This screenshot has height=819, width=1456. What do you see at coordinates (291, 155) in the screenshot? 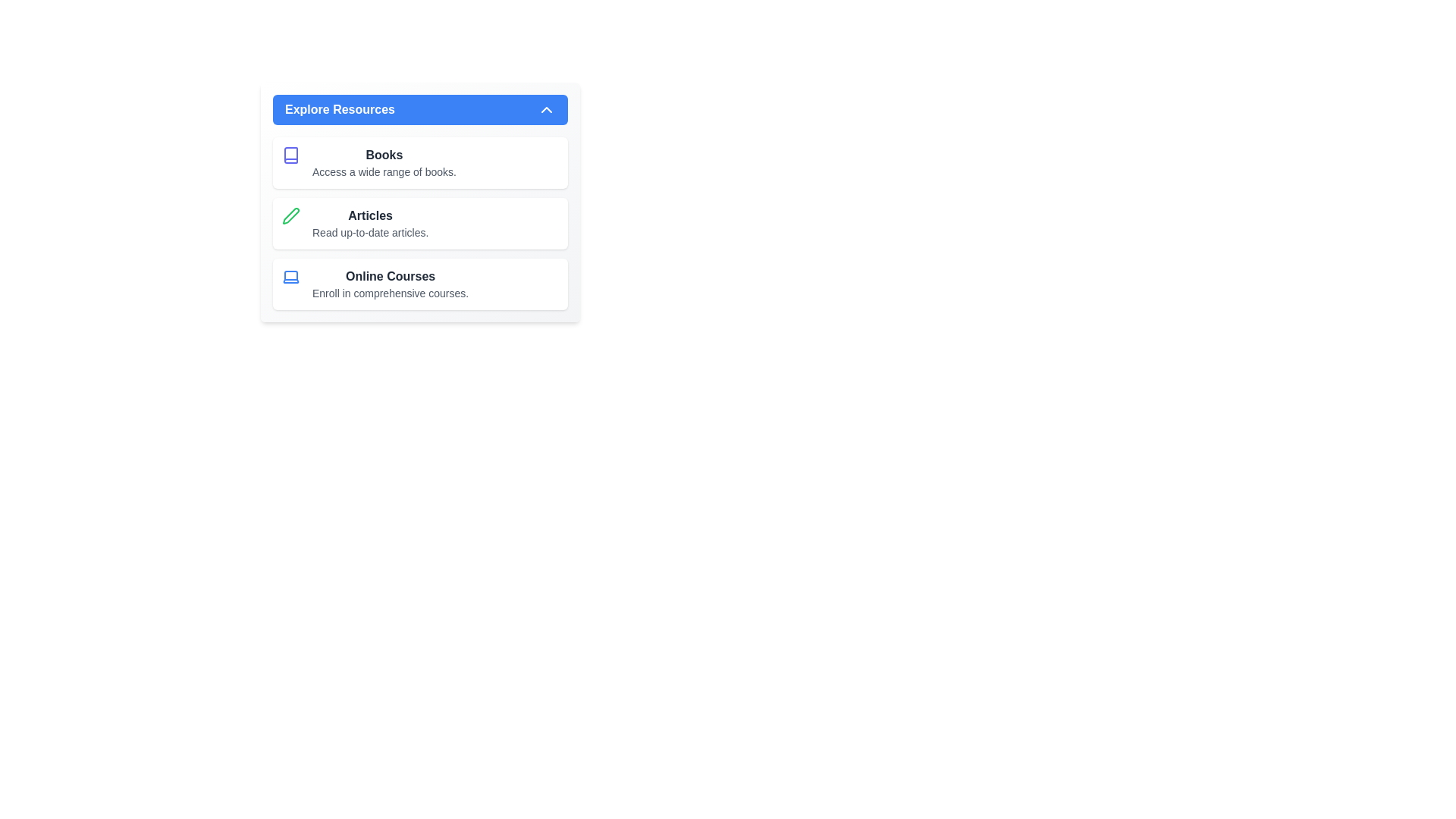
I see `the indigo book icon located to the left of the 'Books' label in the 'Explore Resources' list` at bounding box center [291, 155].